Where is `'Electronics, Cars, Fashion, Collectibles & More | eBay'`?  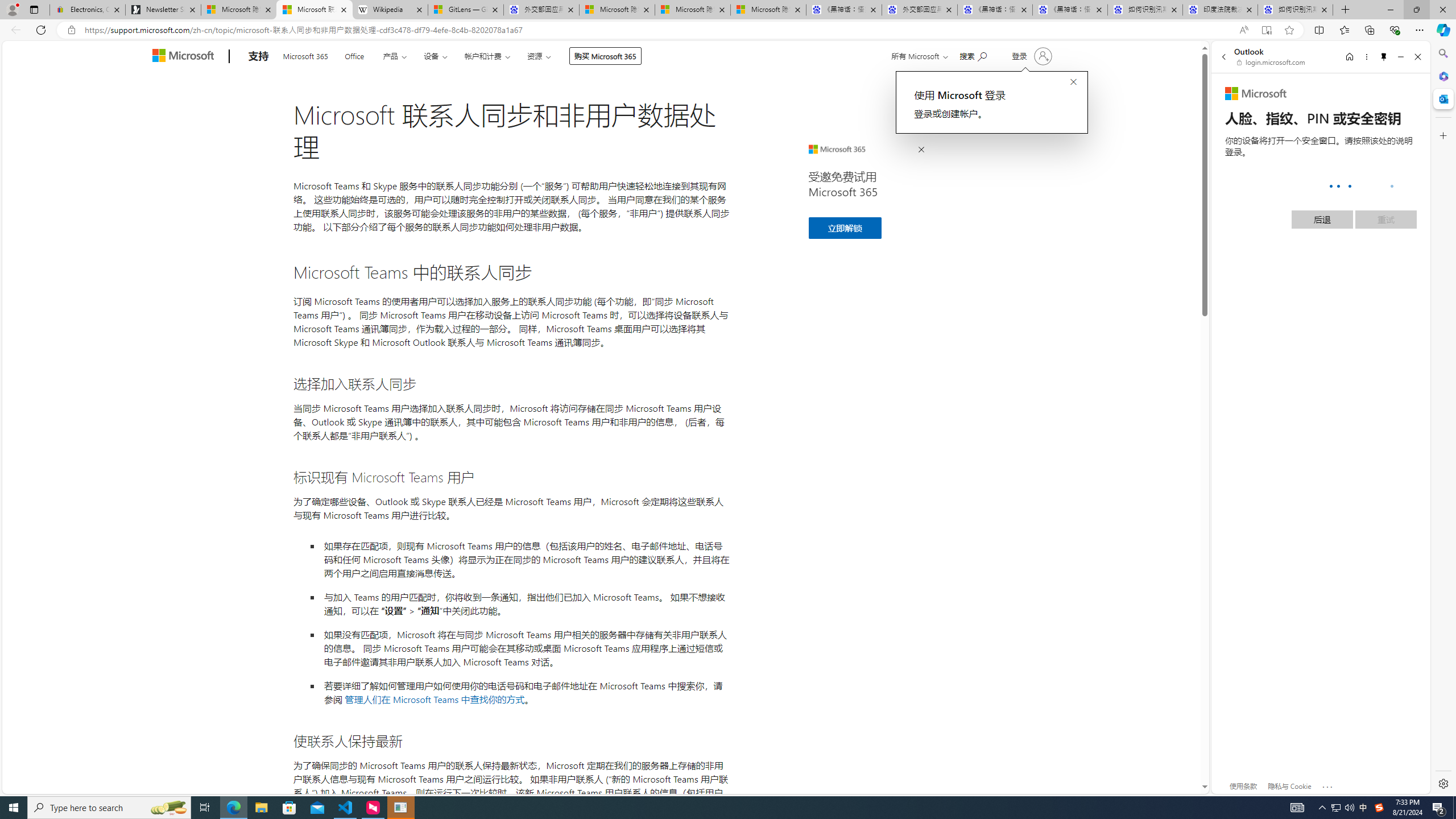 'Electronics, Cars, Fashion, Collectibles & More | eBay' is located at coordinates (86, 9).